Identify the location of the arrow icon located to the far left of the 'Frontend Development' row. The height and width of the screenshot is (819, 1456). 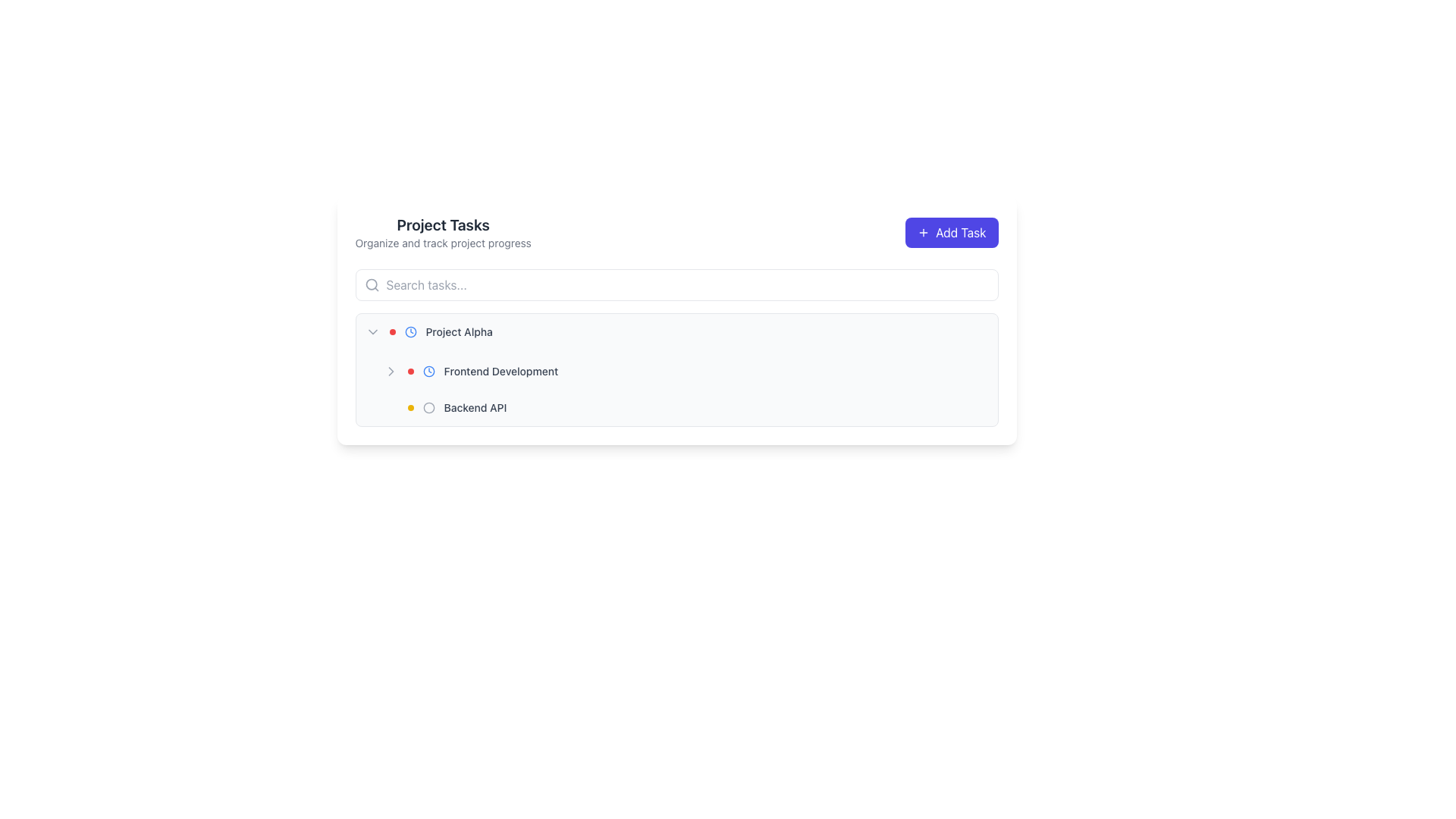
(391, 371).